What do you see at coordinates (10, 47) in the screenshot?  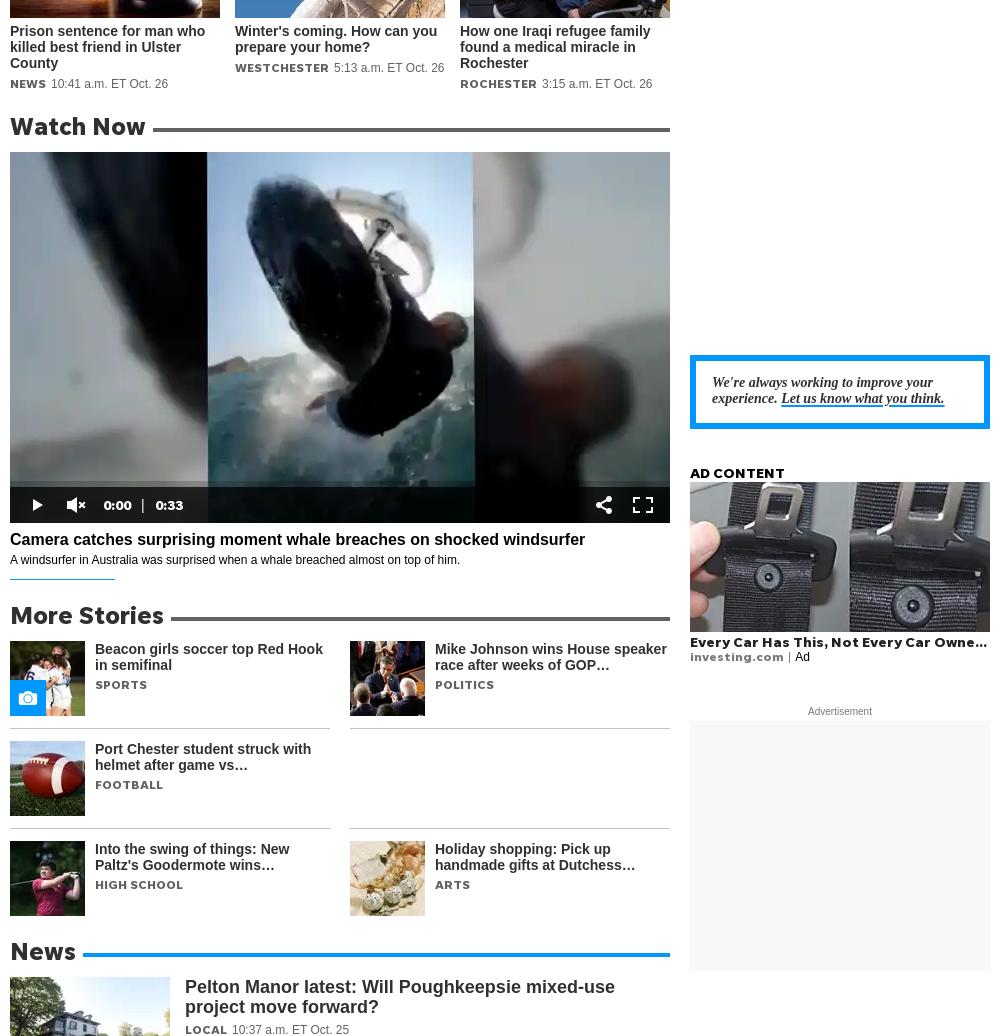 I see `'Prison sentence for man who killed best friend in Ulster County'` at bounding box center [10, 47].